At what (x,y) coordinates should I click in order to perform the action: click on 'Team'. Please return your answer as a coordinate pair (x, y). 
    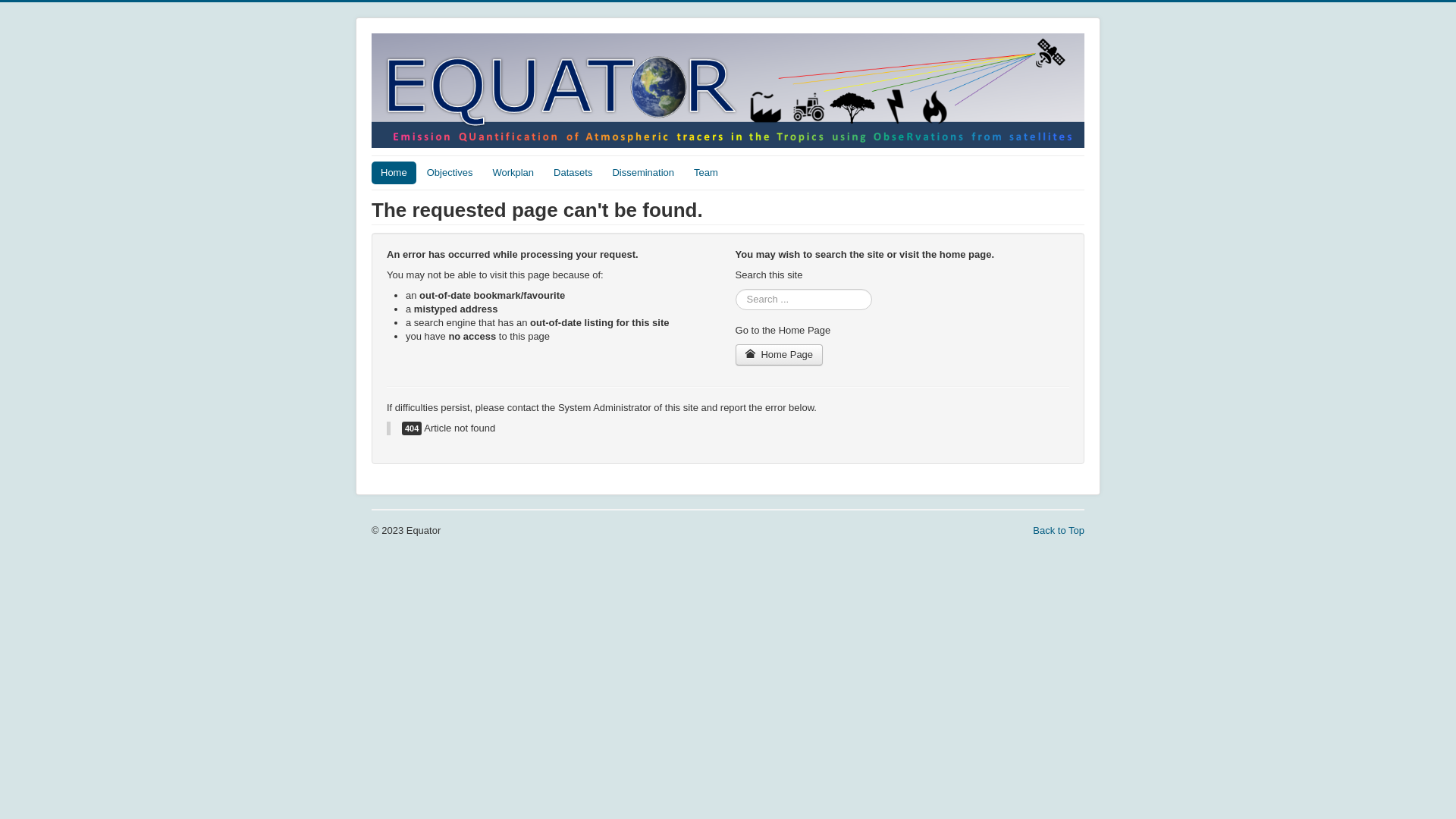
    Looking at the image, I should click on (705, 171).